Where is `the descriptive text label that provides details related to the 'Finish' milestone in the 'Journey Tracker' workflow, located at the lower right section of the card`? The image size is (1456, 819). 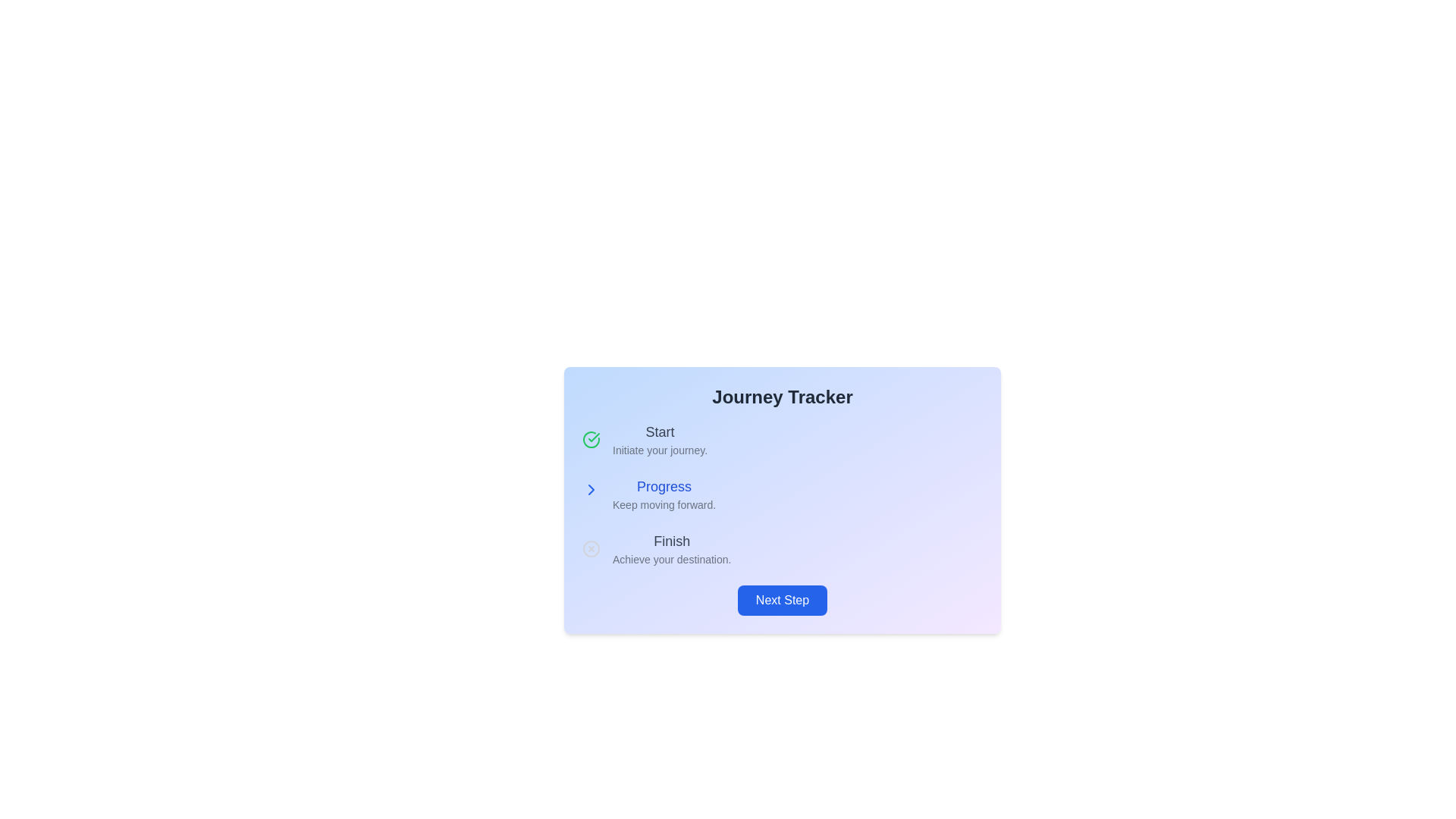
the descriptive text label that provides details related to the 'Finish' milestone in the 'Journey Tracker' workflow, located at the lower right section of the card is located at coordinates (671, 559).